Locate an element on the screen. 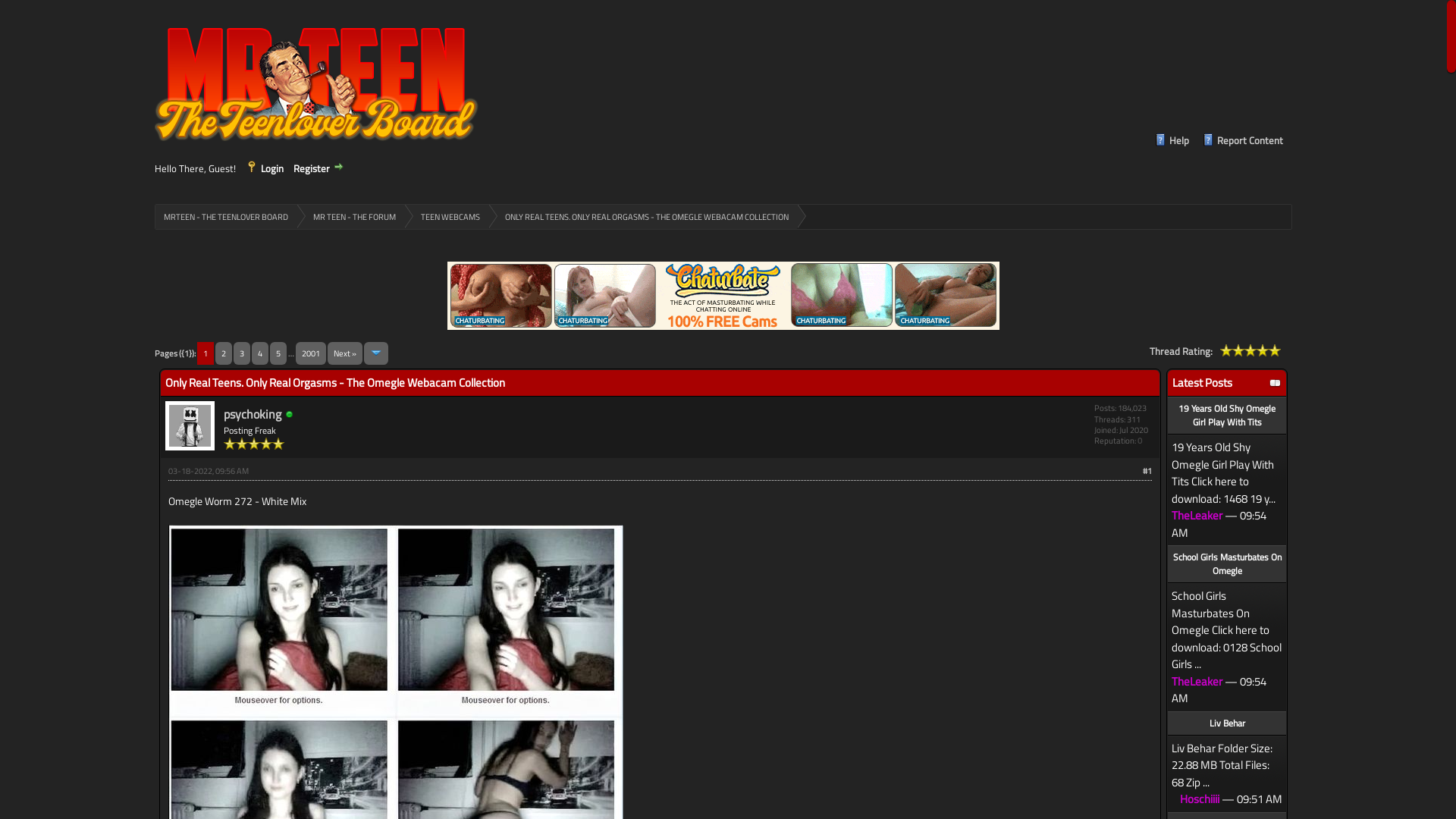 Image resolution: width=1456 pixels, height=819 pixels. '3' is located at coordinates (240, 353).